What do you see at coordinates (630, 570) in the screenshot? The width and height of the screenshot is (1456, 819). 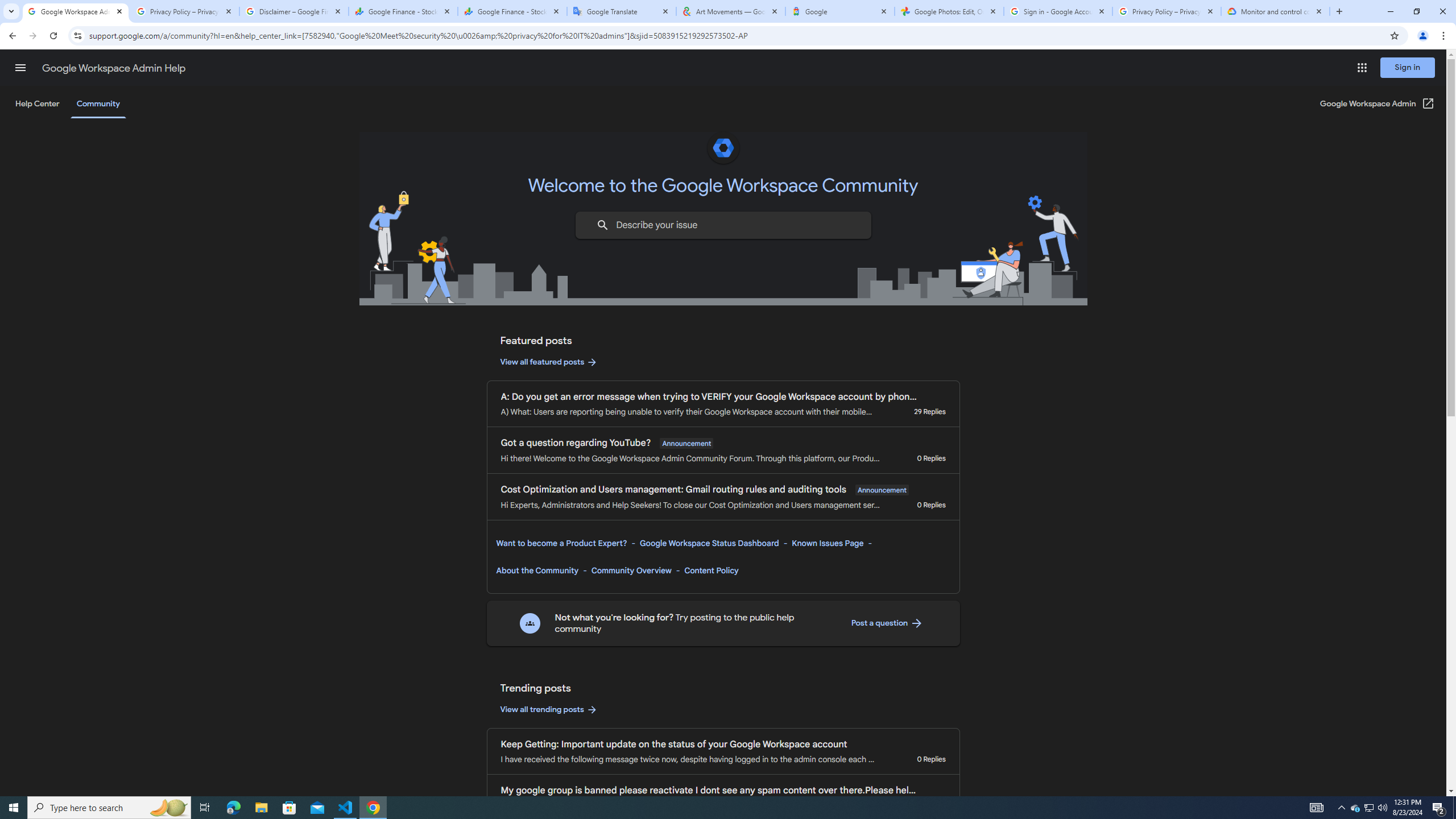 I see `'Community Overview'` at bounding box center [630, 570].